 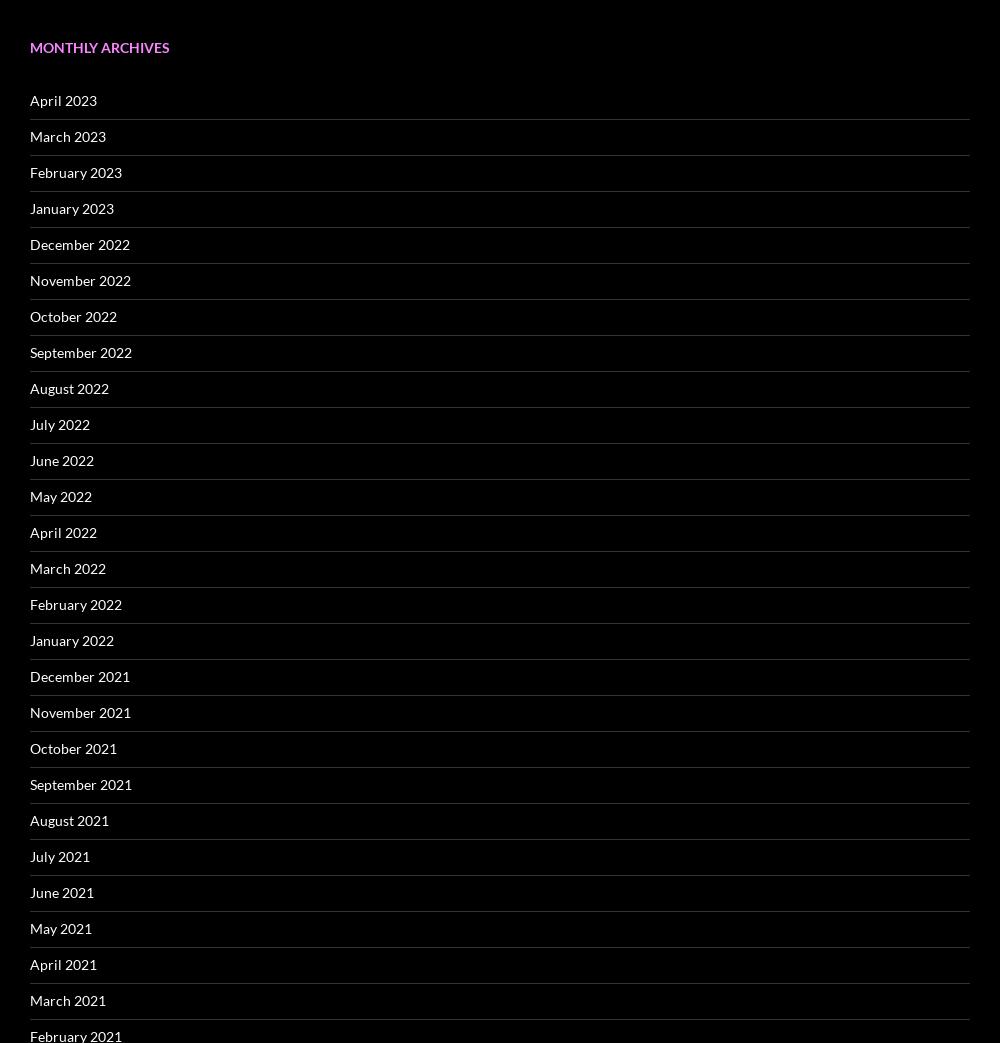 I want to click on 'July 2021', so click(x=60, y=856).